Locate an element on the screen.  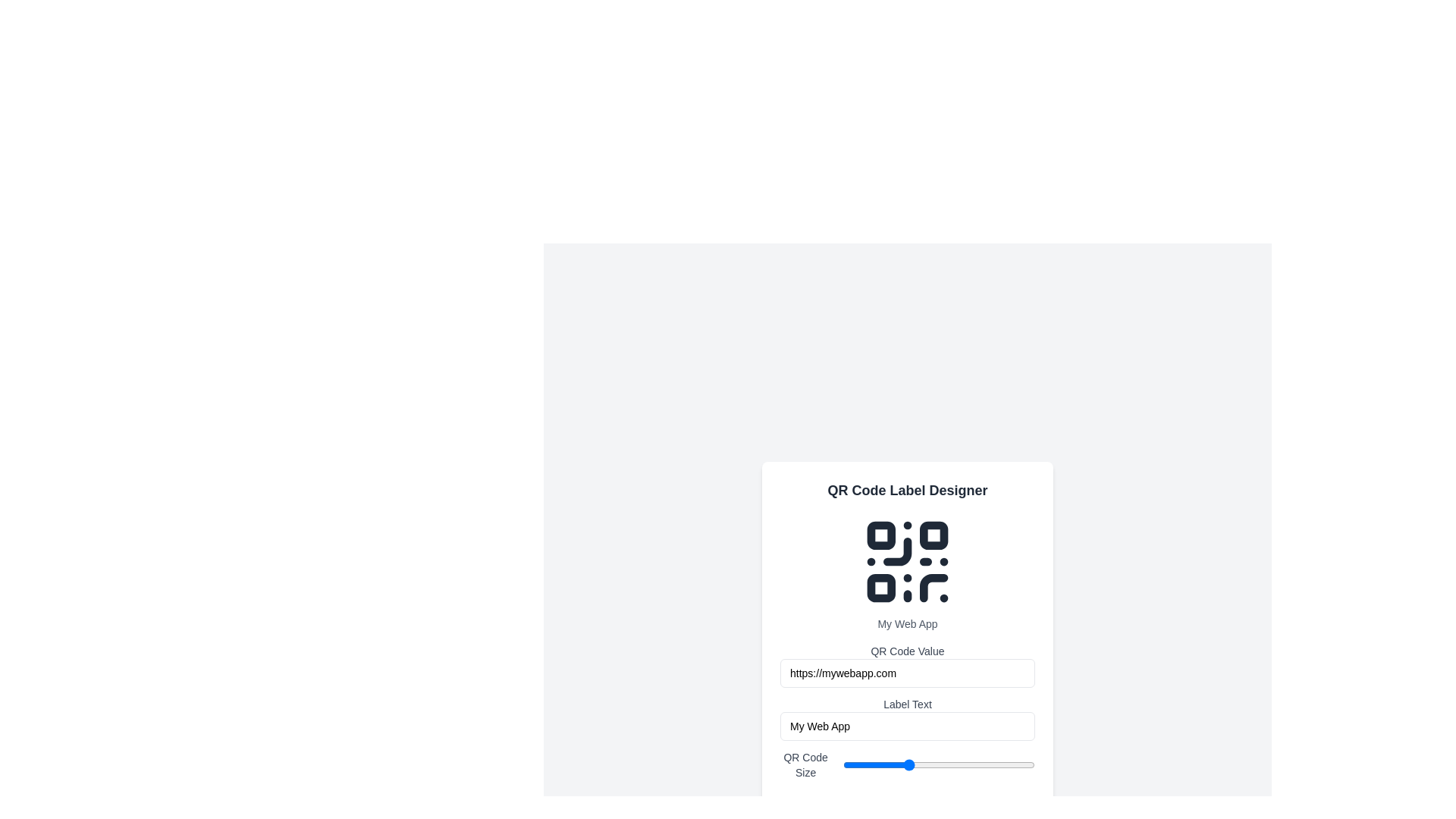
the QR Code Size is located at coordinates (870, 765).